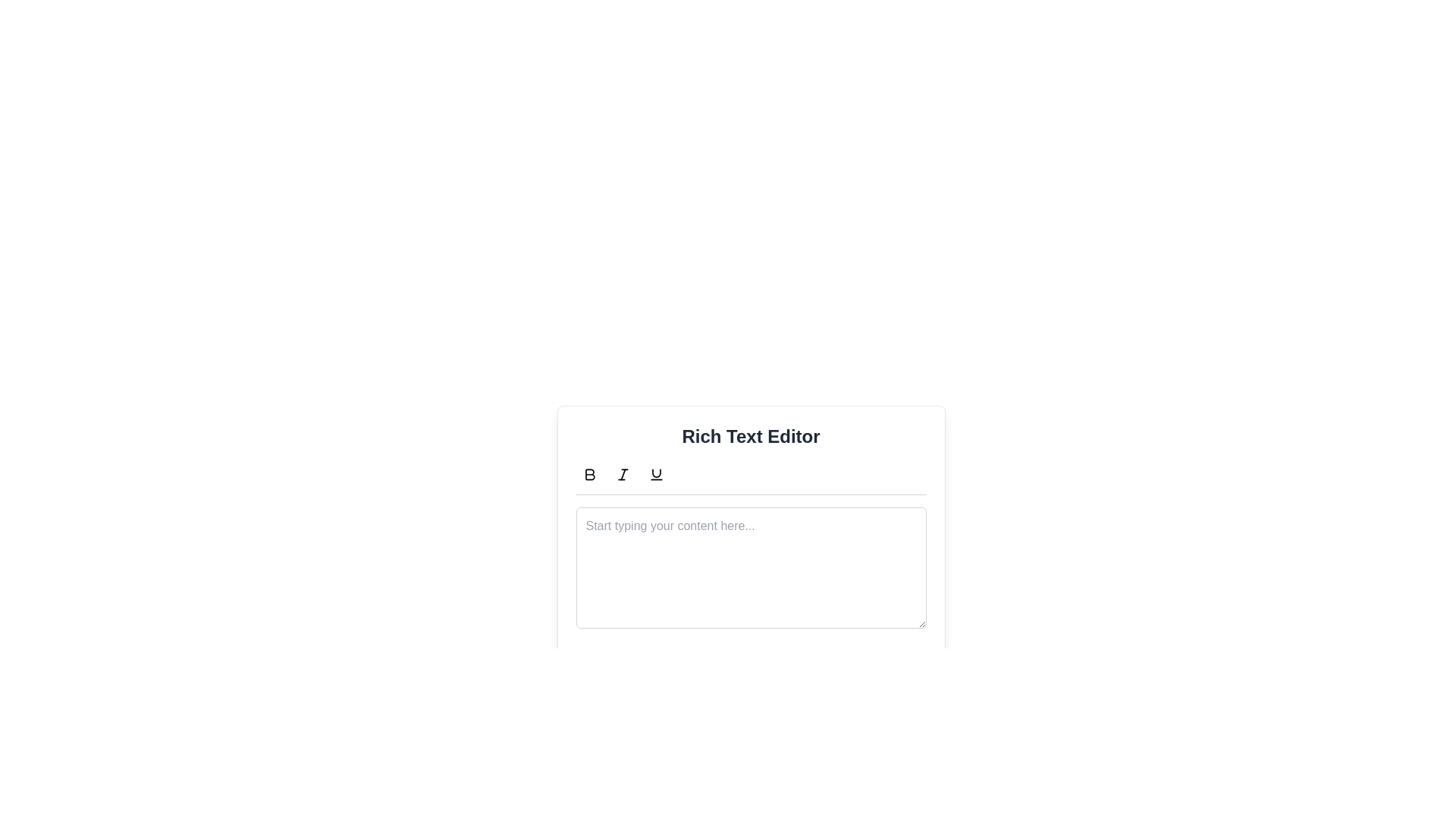  Describe the element at coordinates (623, 473) in the screenshot. I see `the circular button with a black italicized 'I' symbol` at that location.